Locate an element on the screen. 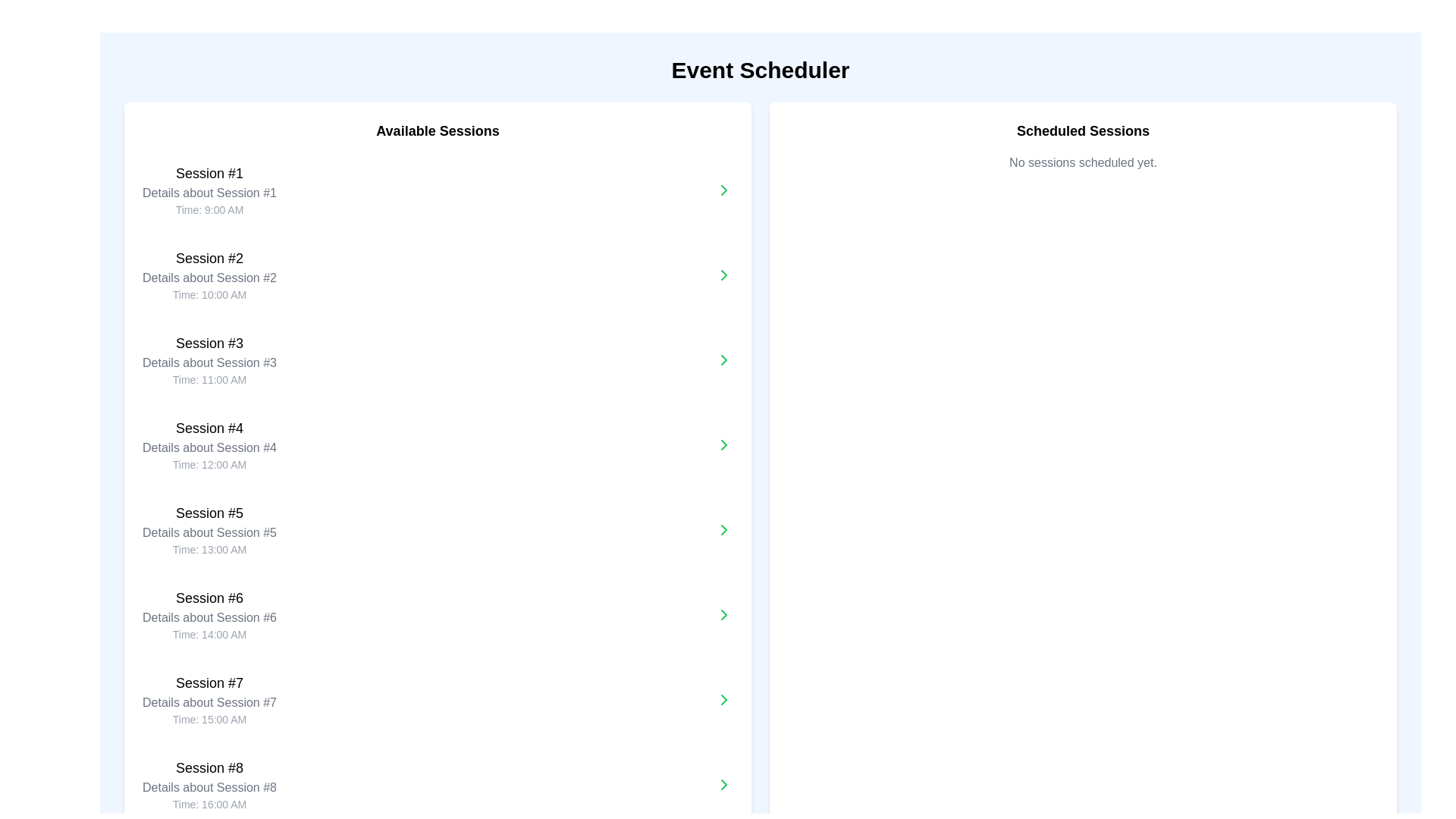 The height and width of the screenshot is (819, 1456). static text label displaying 'Time: 13:00 AM' which is positioned below 'Details about Session #5' in the session details box is located at coordinates (209, 550).